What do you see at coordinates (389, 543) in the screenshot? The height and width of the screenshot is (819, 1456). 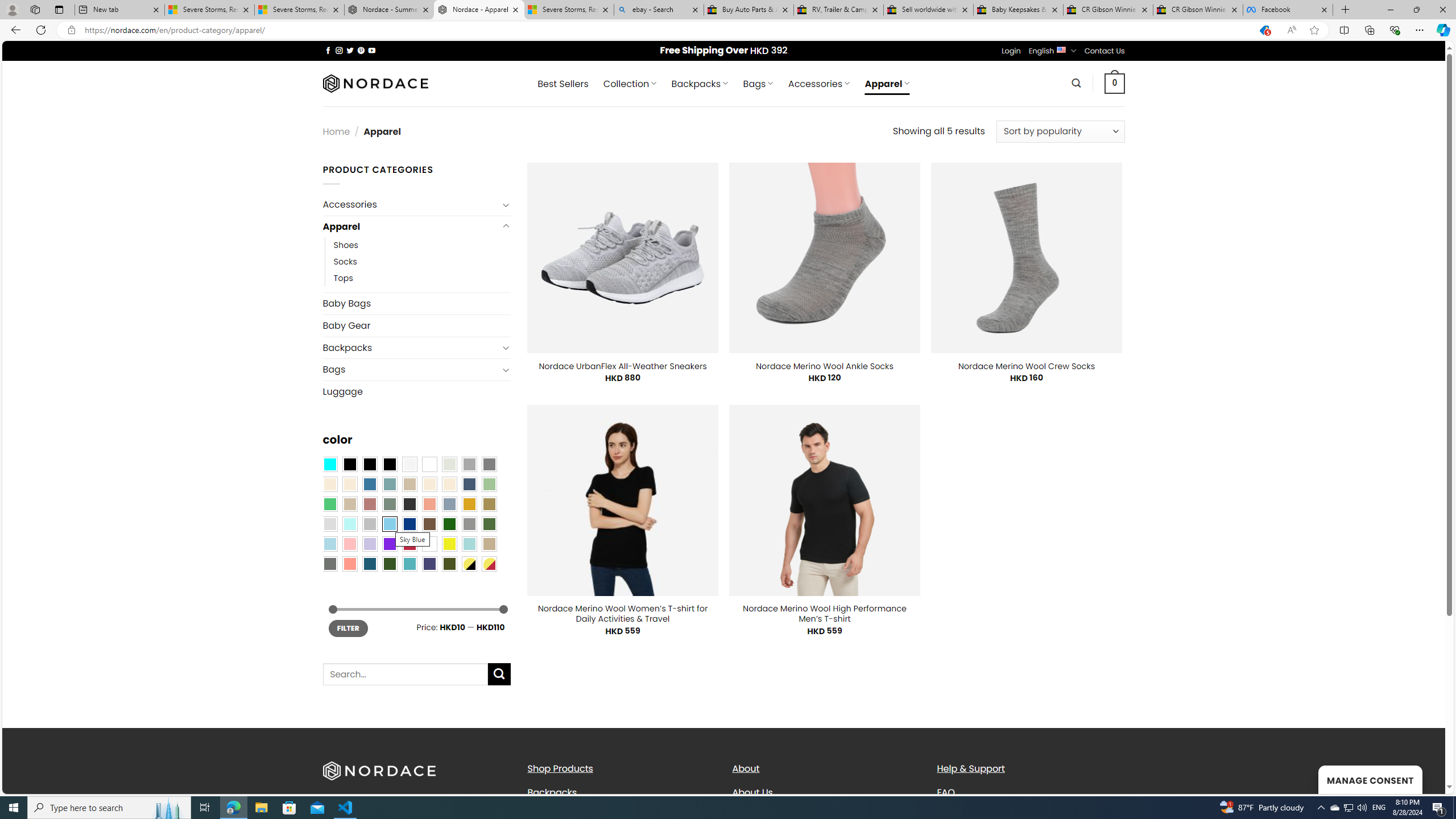 I see `'Purple'` at bounding box center [389, 543].